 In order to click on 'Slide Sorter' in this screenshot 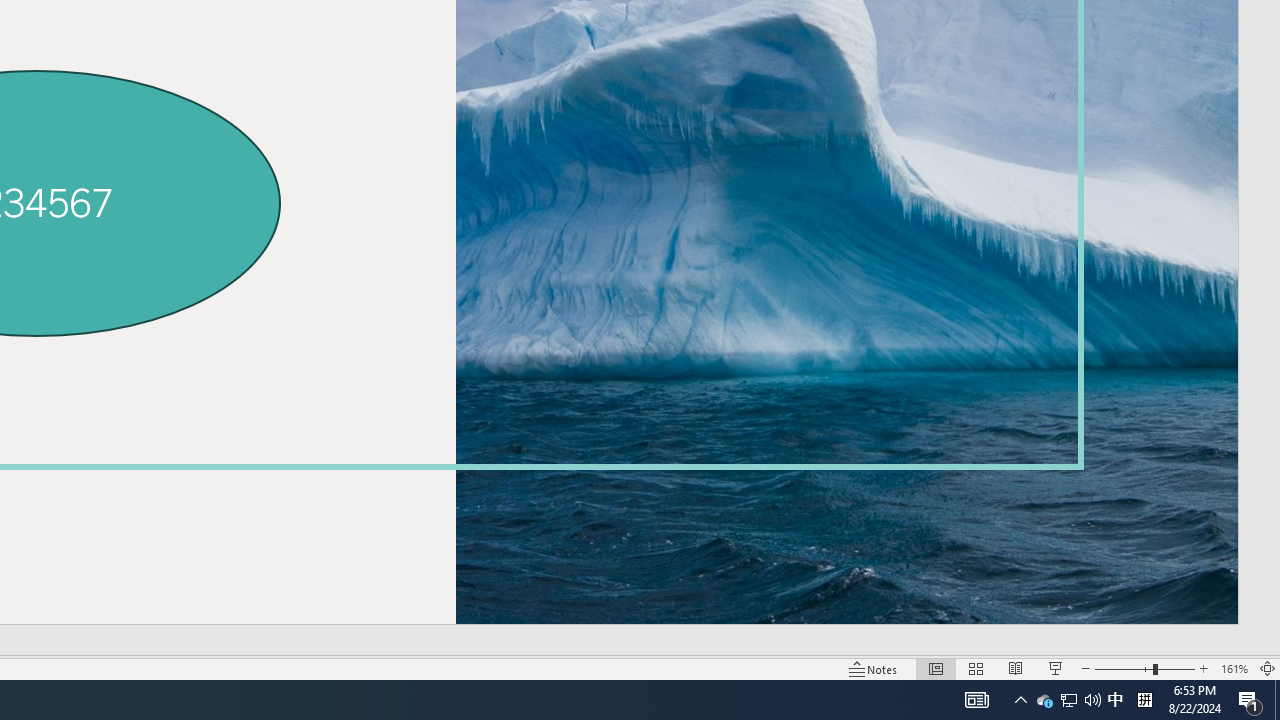, I will do `click(976, 669)`.